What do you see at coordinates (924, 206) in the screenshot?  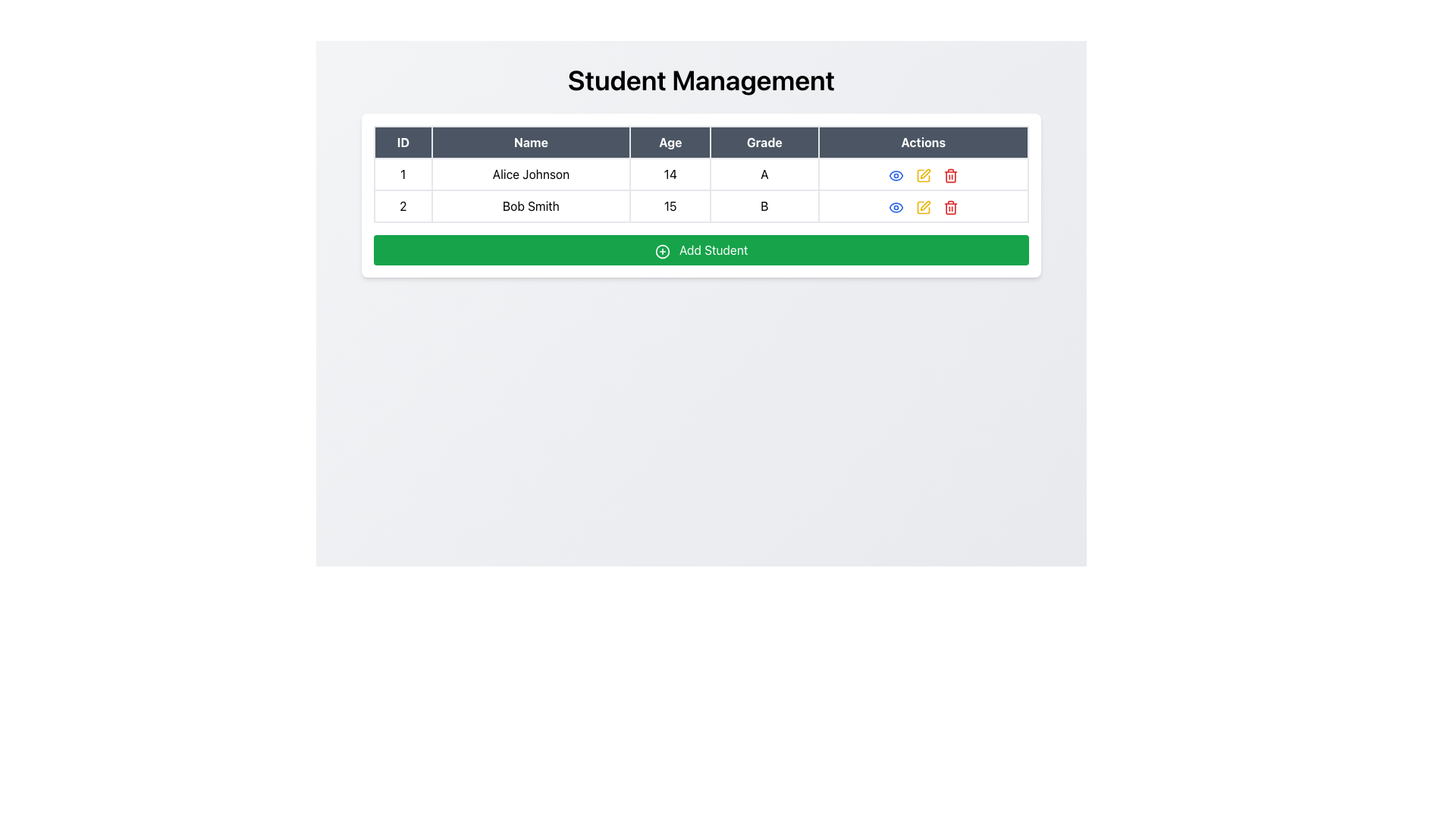 I see `the pen icon located in the 'Actions' column of the second row in the table, which is the leftmost icon among three icons in that cell` at bounding box center [924, 206].